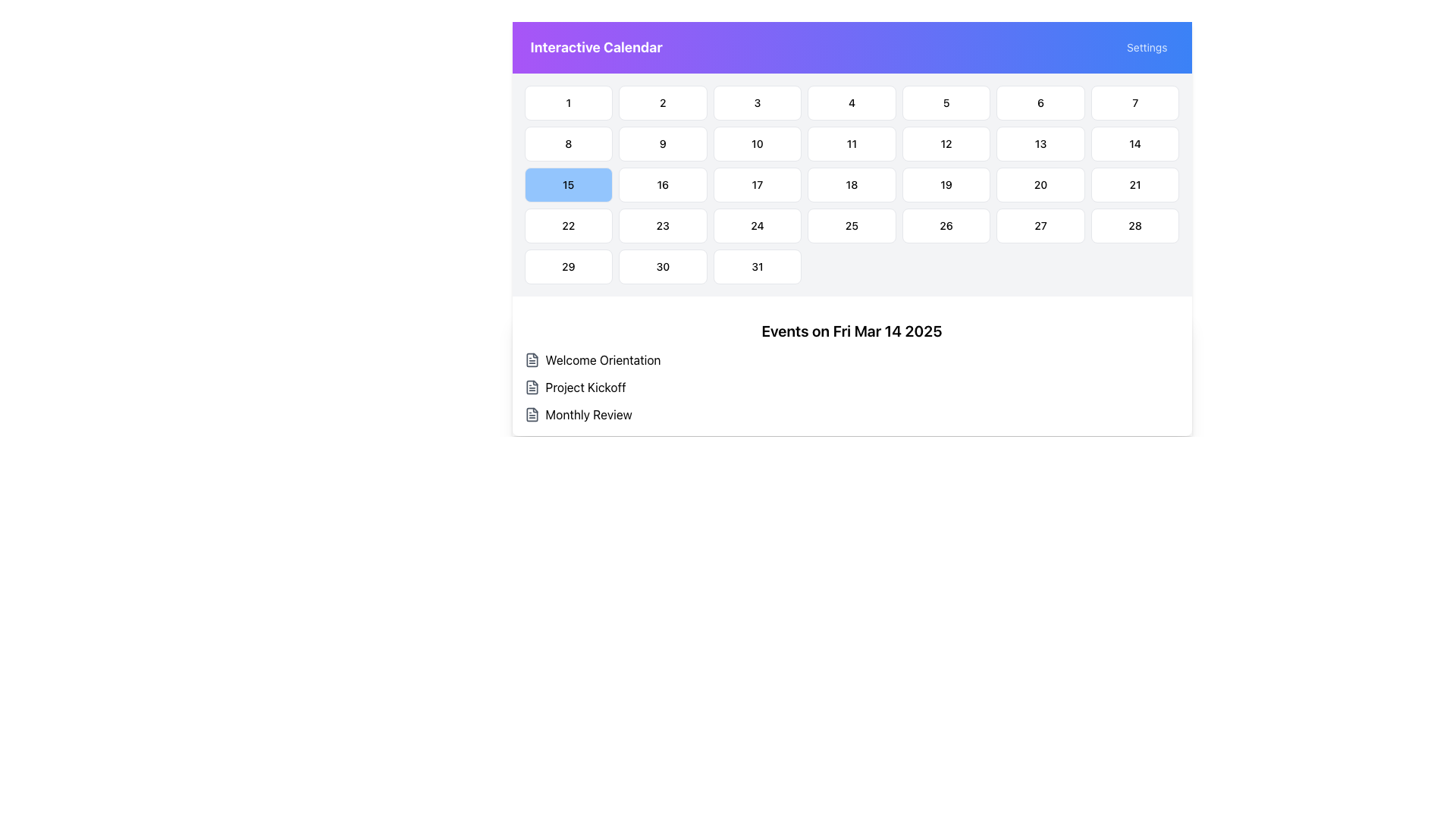 The height and width of the screenshot is (819, 1456). What do you see at coordinates (757, 184) in the screenshot?
I see `the text label displaying the number '17' in the interactive calendar interface, located in the second row and fourth column of the grid` at bounding box center [757, 184].